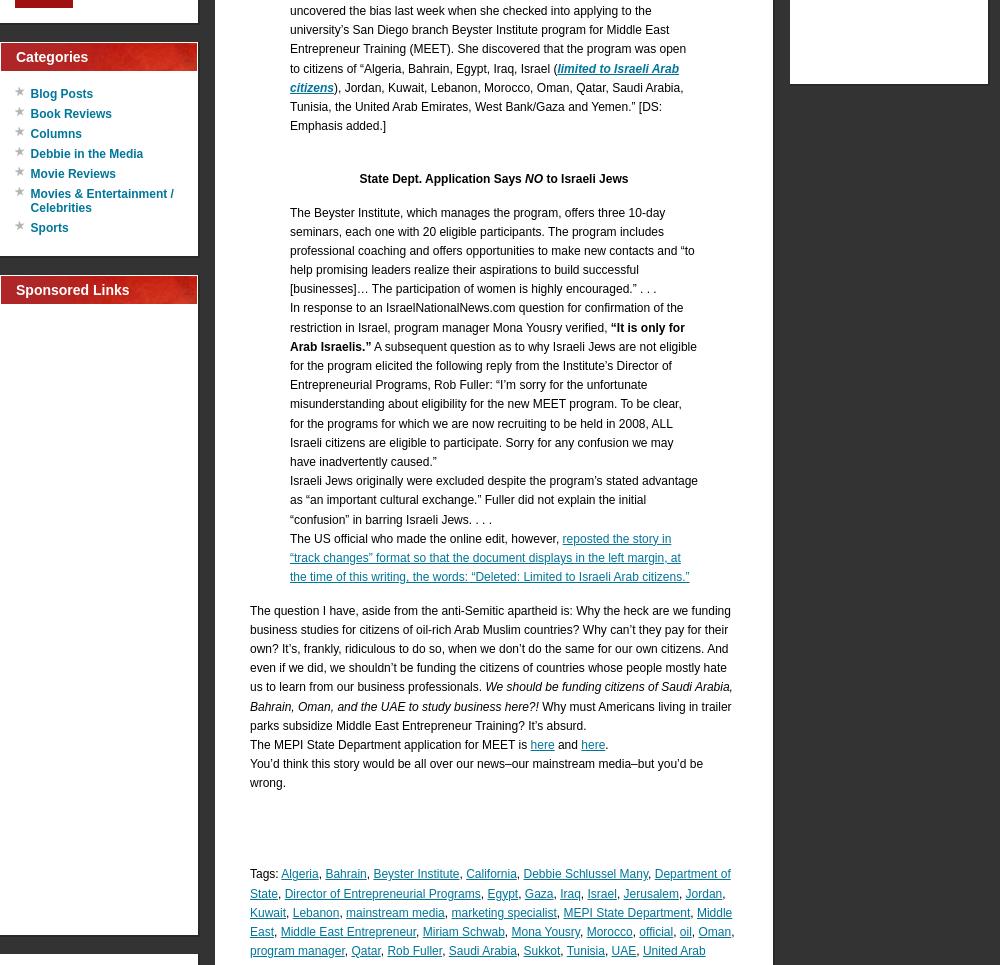 Image resolution: width=1000 pixels, height=965 pixels. Describe the element at coordinates (483, 76) in the screenshot. I see `'limited to Israeli Arab citizens'` at that location.